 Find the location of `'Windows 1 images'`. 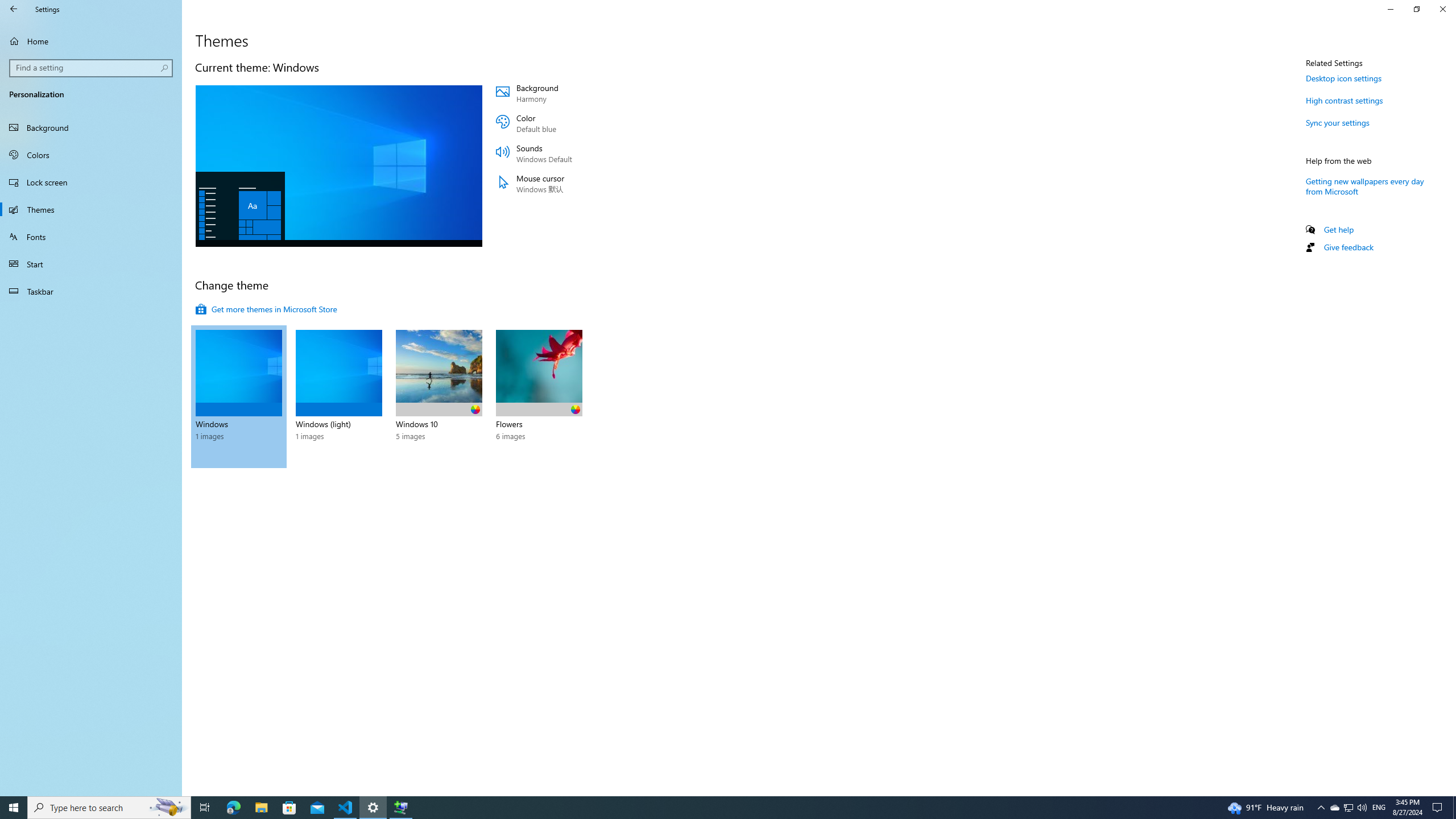

'Windows 1 images' is located at coordinates (238, 396).